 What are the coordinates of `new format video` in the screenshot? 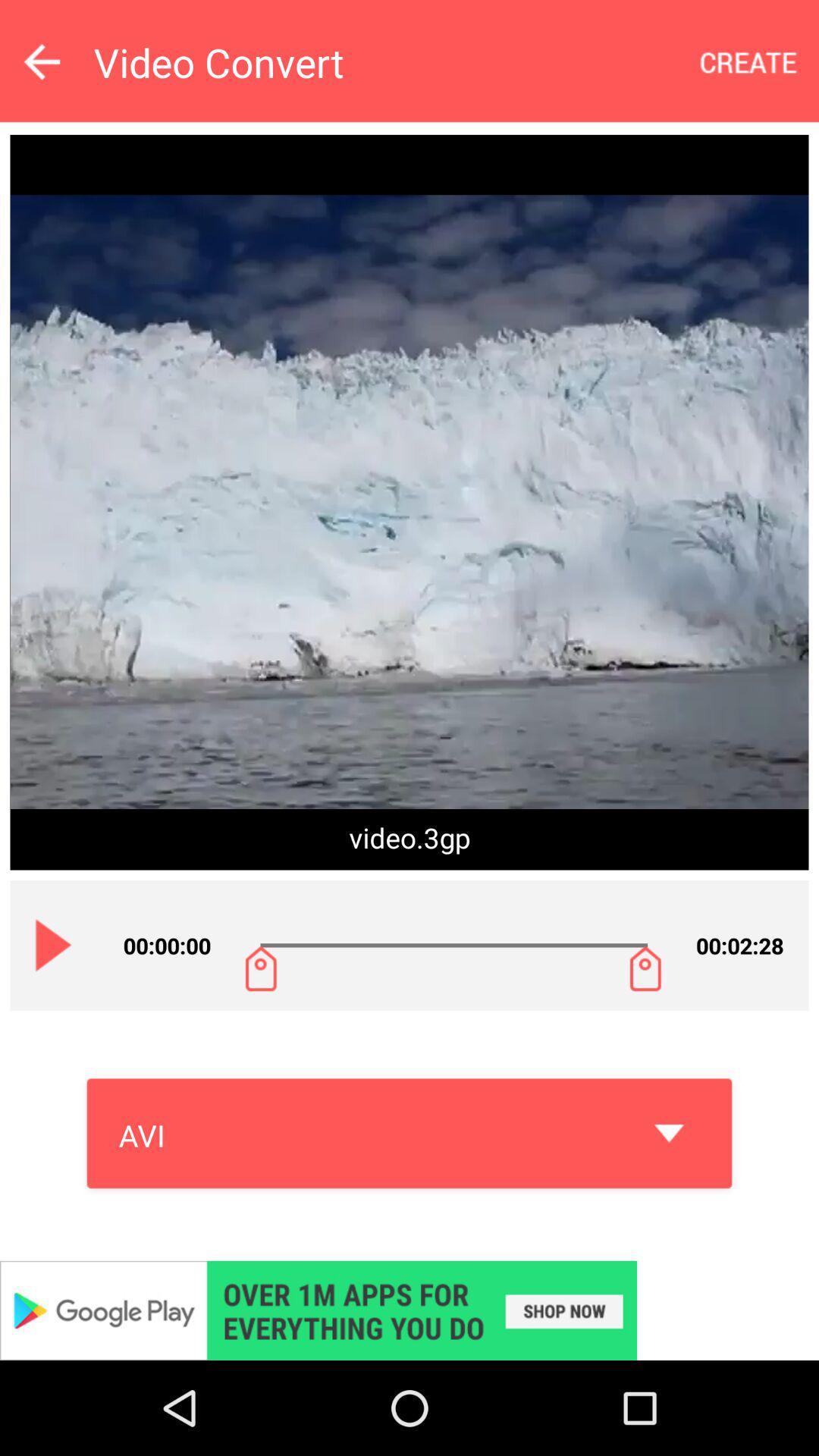 It's located at (748, 61).